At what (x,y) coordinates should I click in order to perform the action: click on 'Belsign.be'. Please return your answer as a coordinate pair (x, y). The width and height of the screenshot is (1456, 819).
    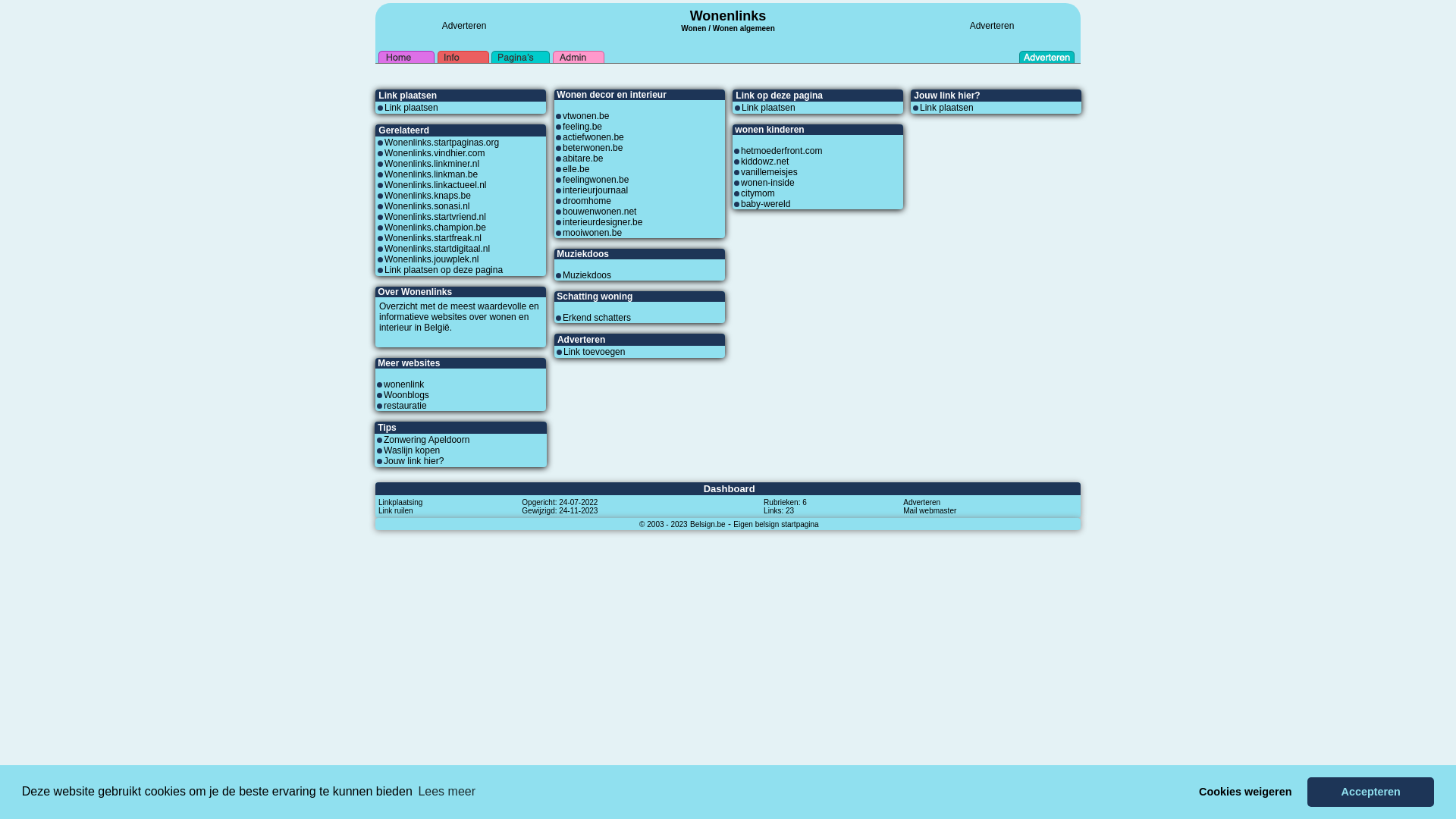
    Looking at the image, I should click on (707, 522).